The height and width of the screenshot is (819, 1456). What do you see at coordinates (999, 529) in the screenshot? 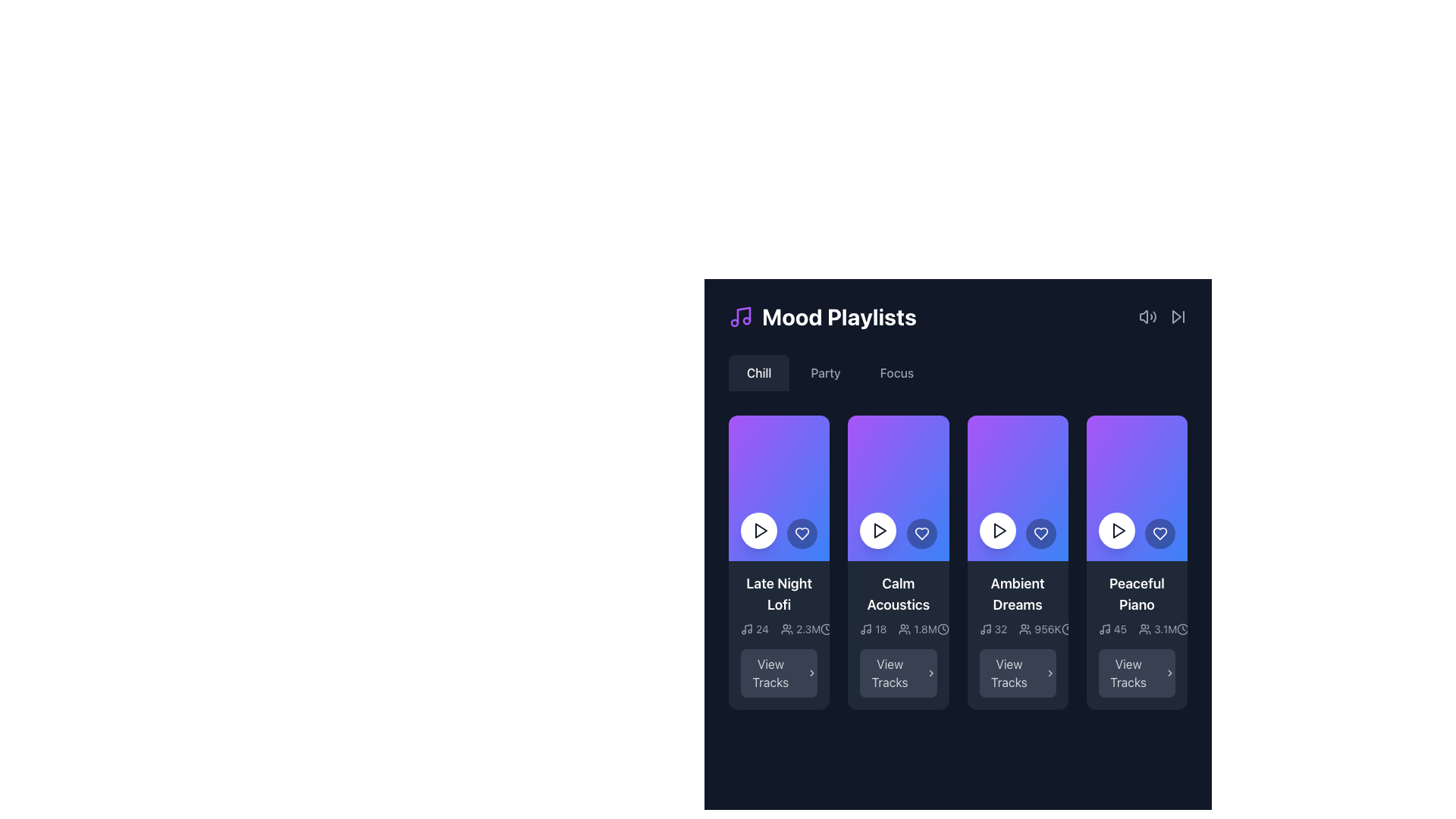
I see `the small triangular play icon with a filled center, located within the 'Ambient Dreams' playlist card under the 'Mood Playlists' section, to play the playlist` at bounding box center [999, 529].